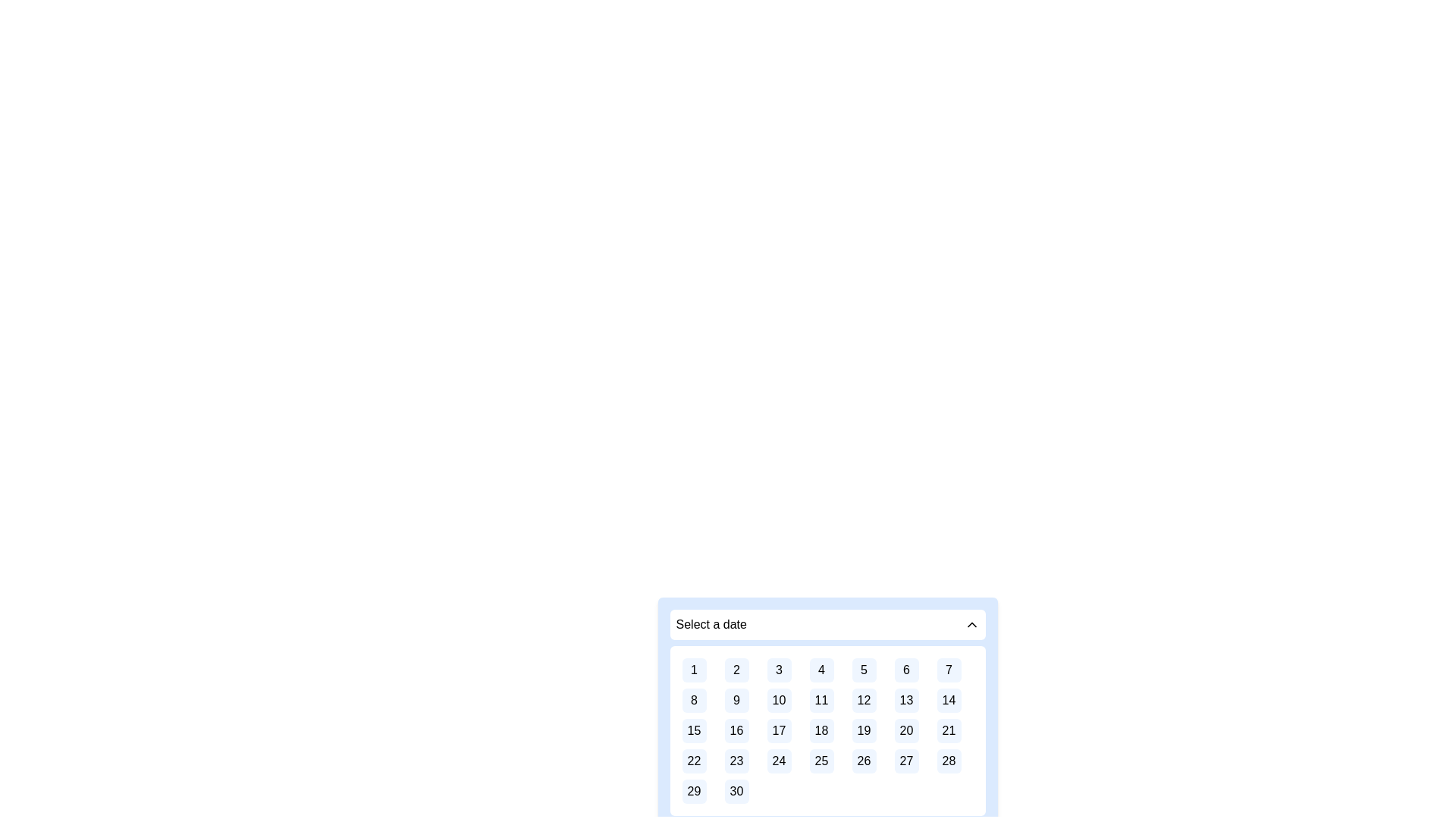  I want to click on the small square button with a light blue background and white border, which contains the centered black text '11', so click(821, 701).